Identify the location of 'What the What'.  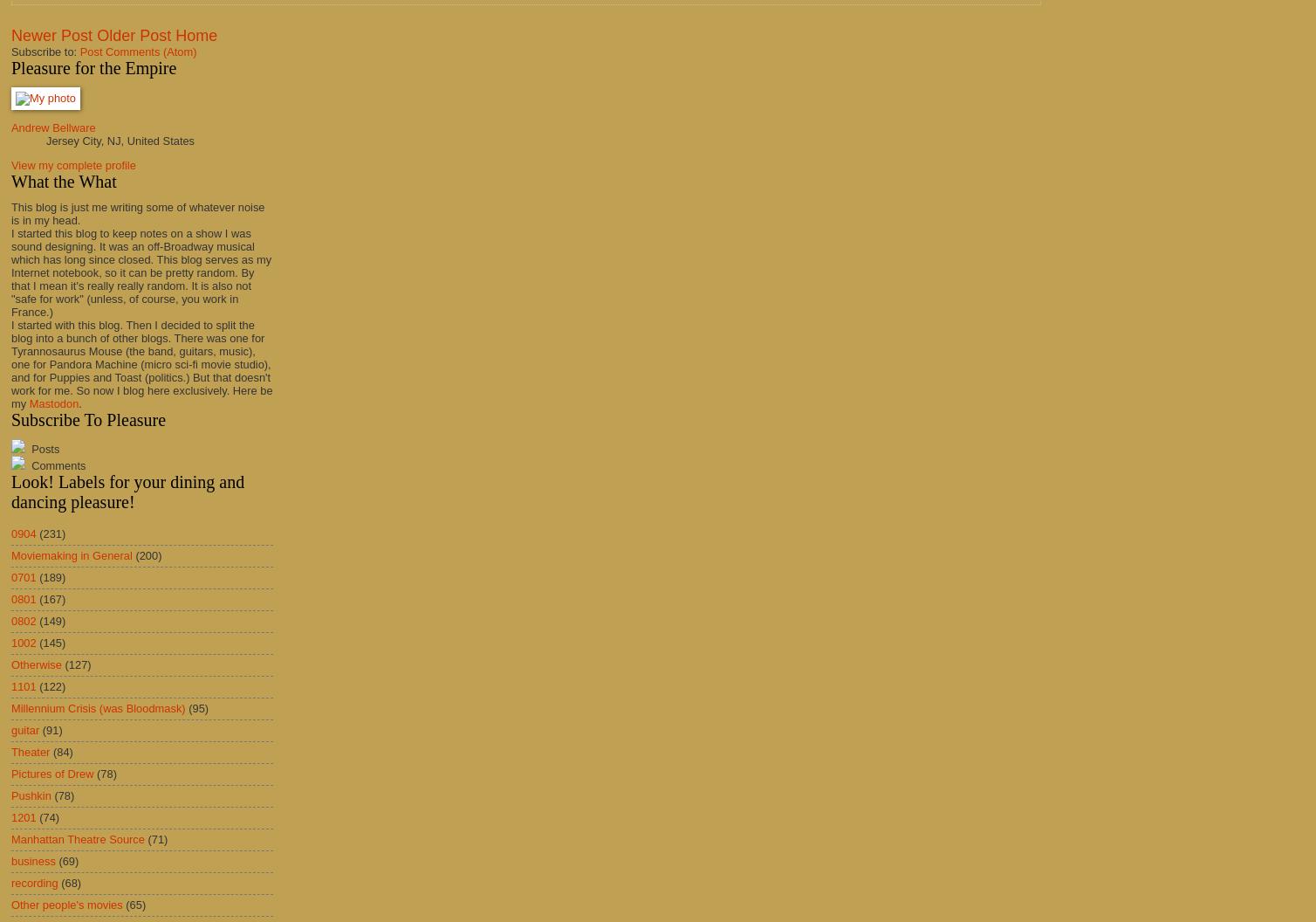
(63, 179).